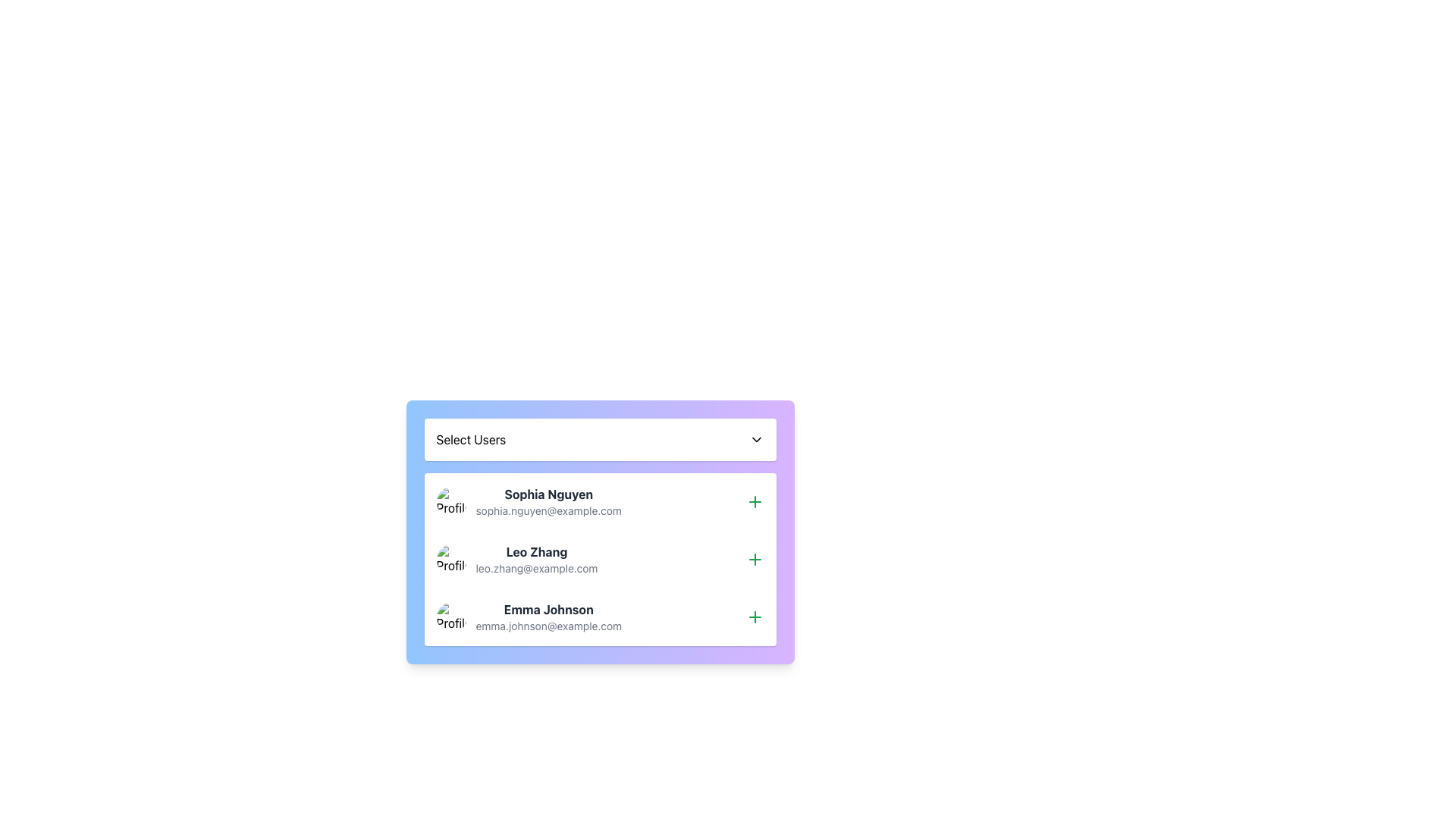 This screenshot has width=1456, height=819. I want to click on text displayed in the second item of the user selection panel, which contains the name and email of a user, positioned below Sophia Nguyen and above Emma Johnson, so click(536, 559).